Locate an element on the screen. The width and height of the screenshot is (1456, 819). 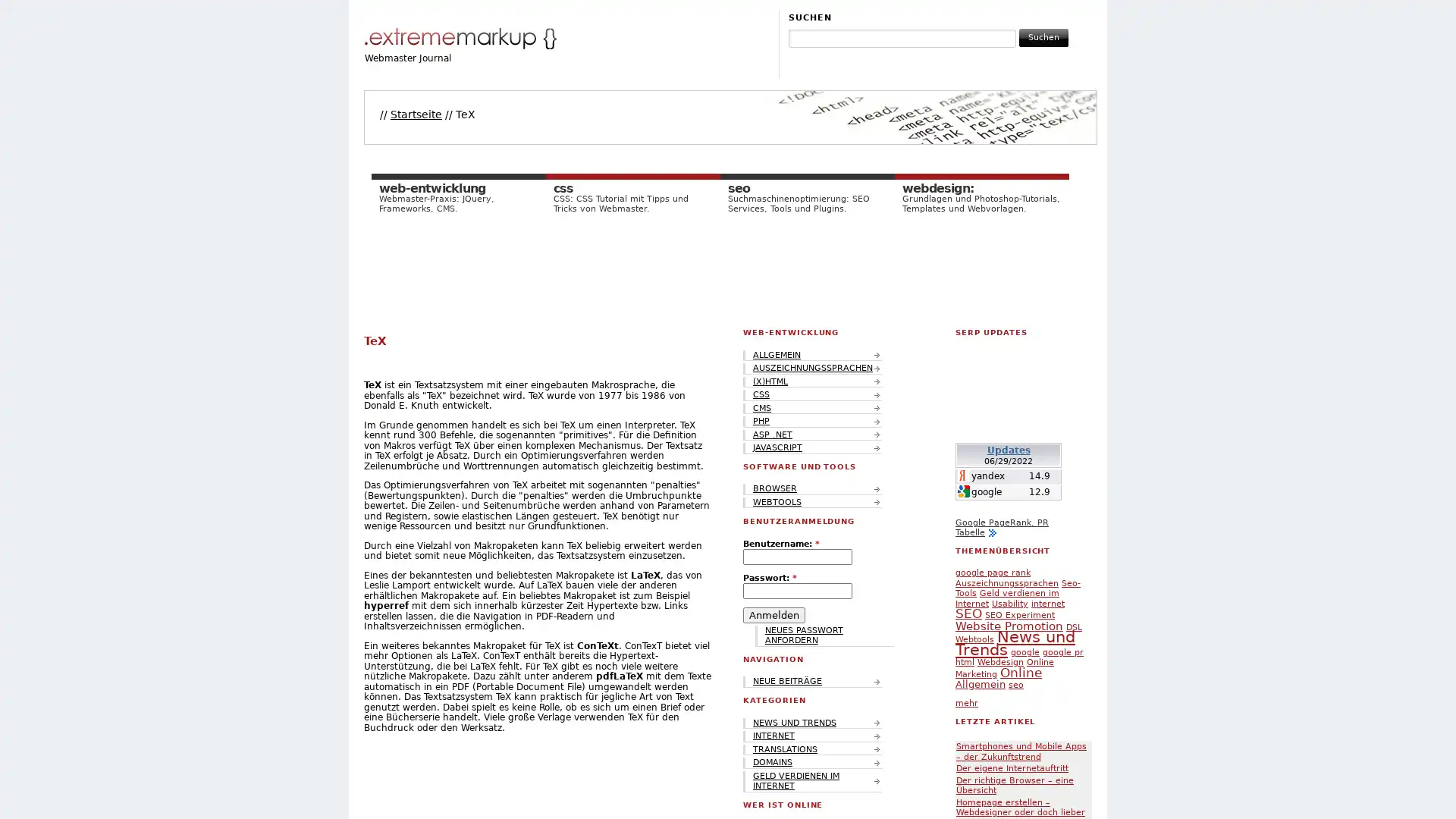
Anmelden is located at coordinates (774, 614).